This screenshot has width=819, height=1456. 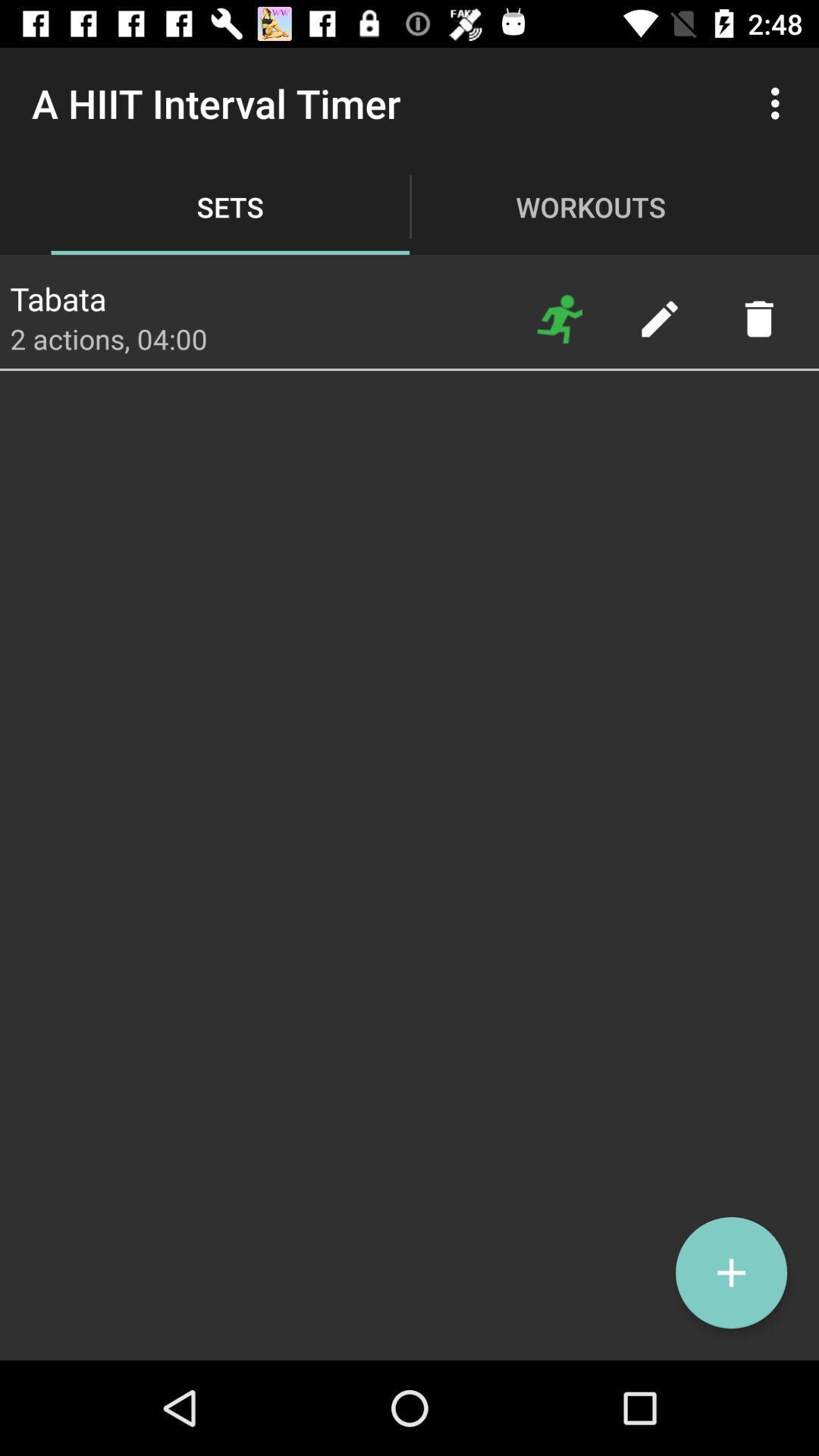 I want to click on the item at the bottom right corner, so click(x=730, y=1272).